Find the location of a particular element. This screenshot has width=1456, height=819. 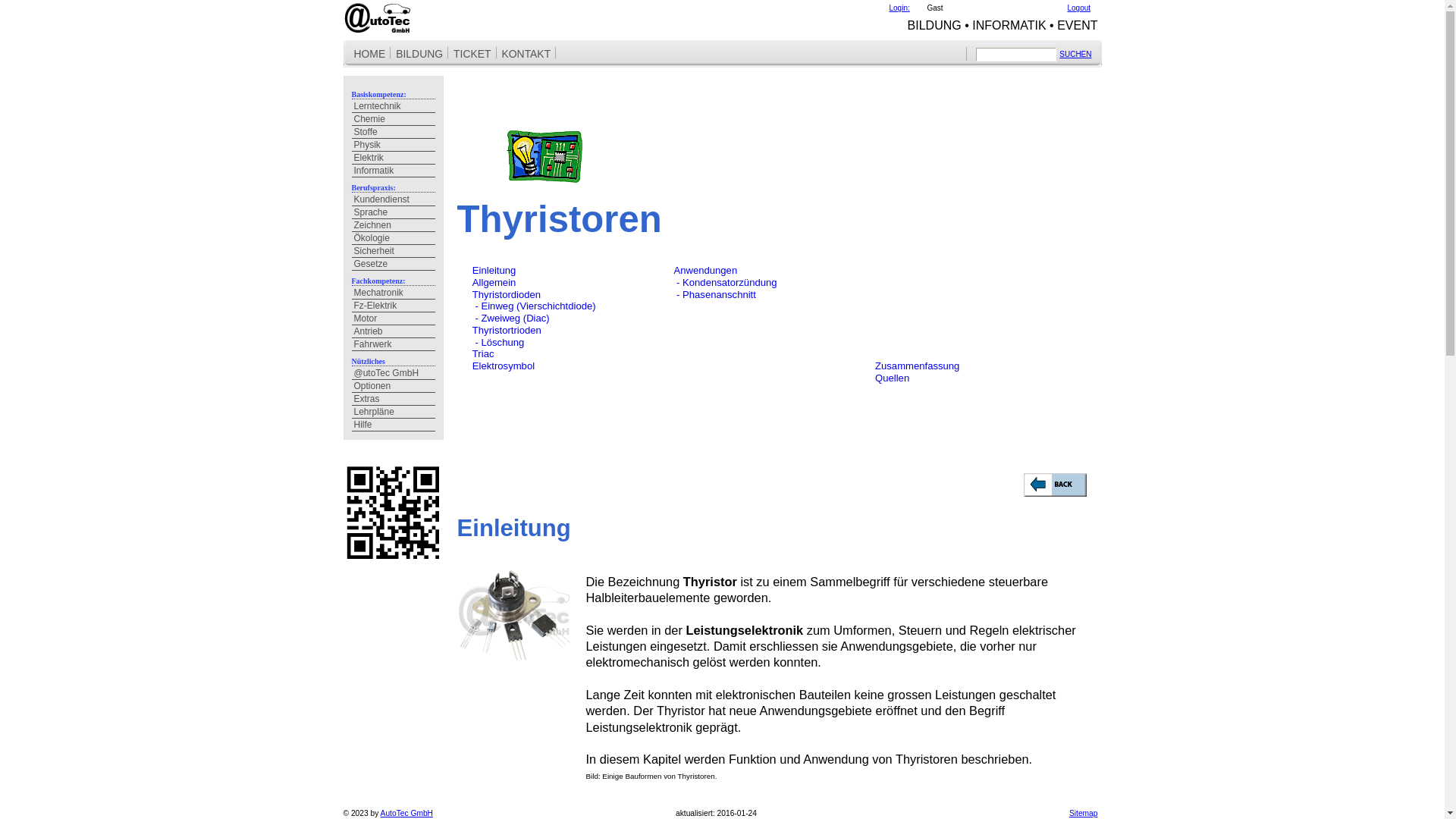

'KONTAKT' is located at coordinates (525, 52).